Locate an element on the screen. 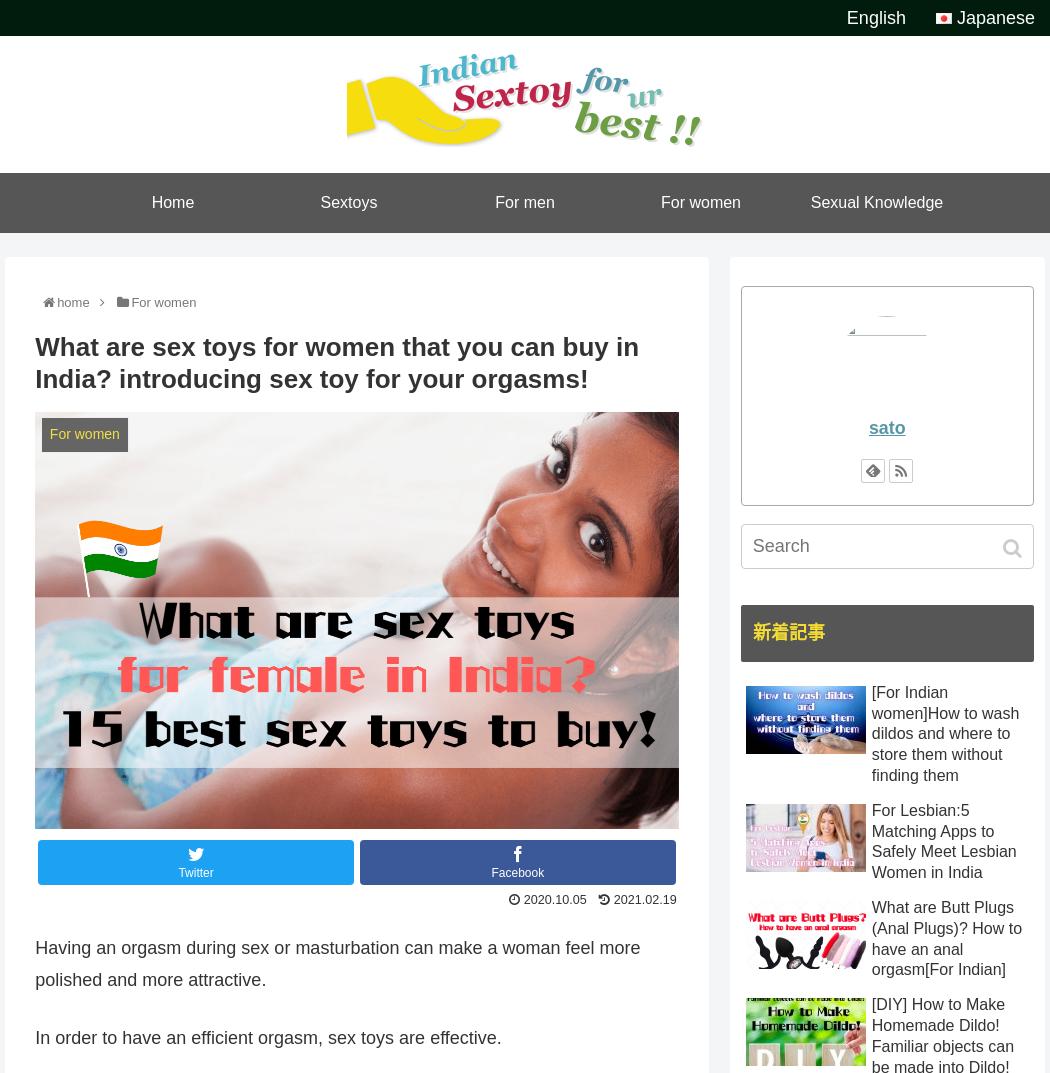 The width and height of the screenshot is (1050, 1073). 'This is a site for Indian men and women who are interested in sex toys and knowledge about sex in India.' is located at coordinates (523, 18).